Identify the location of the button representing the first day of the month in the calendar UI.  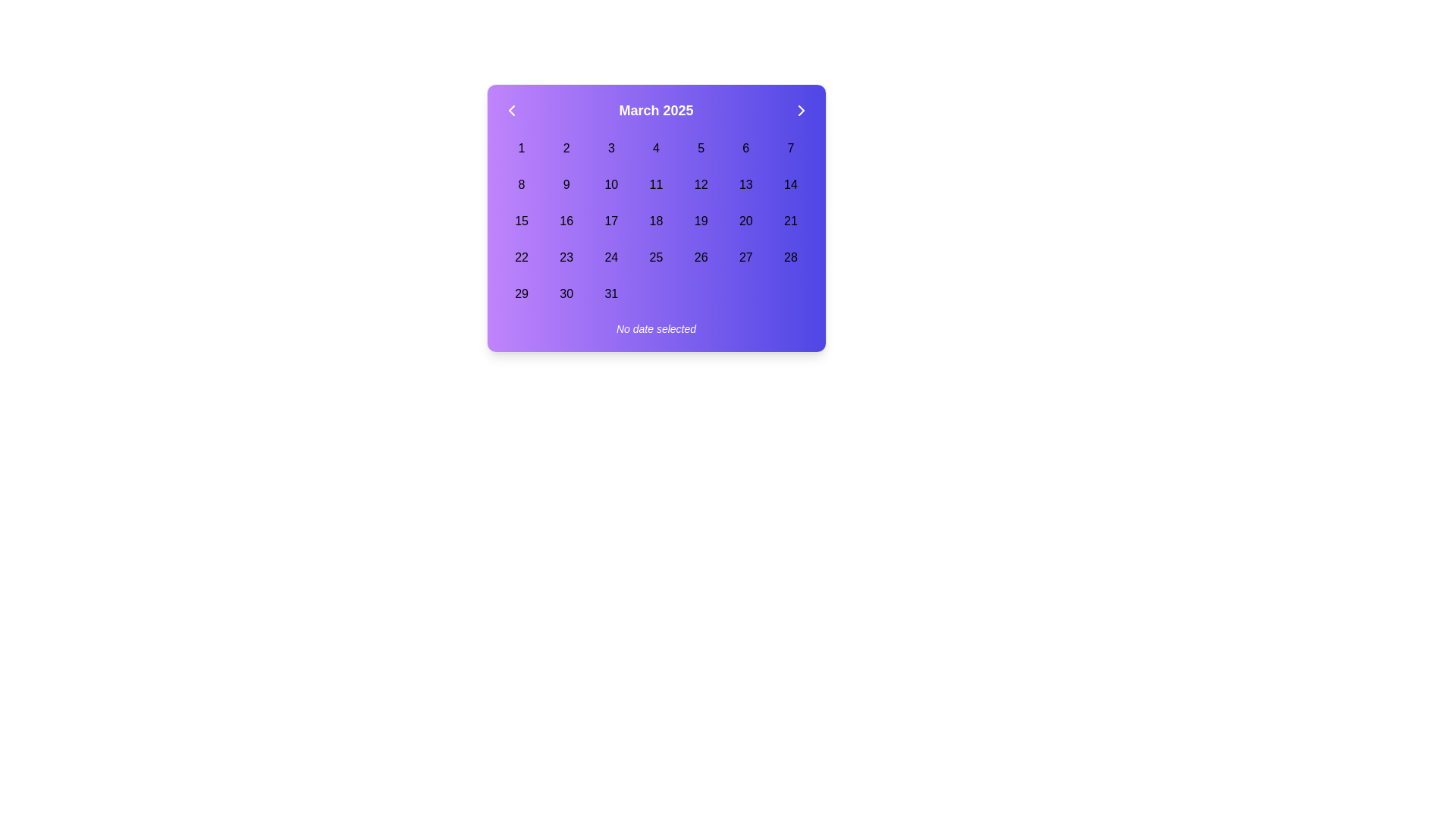
(521, 149).